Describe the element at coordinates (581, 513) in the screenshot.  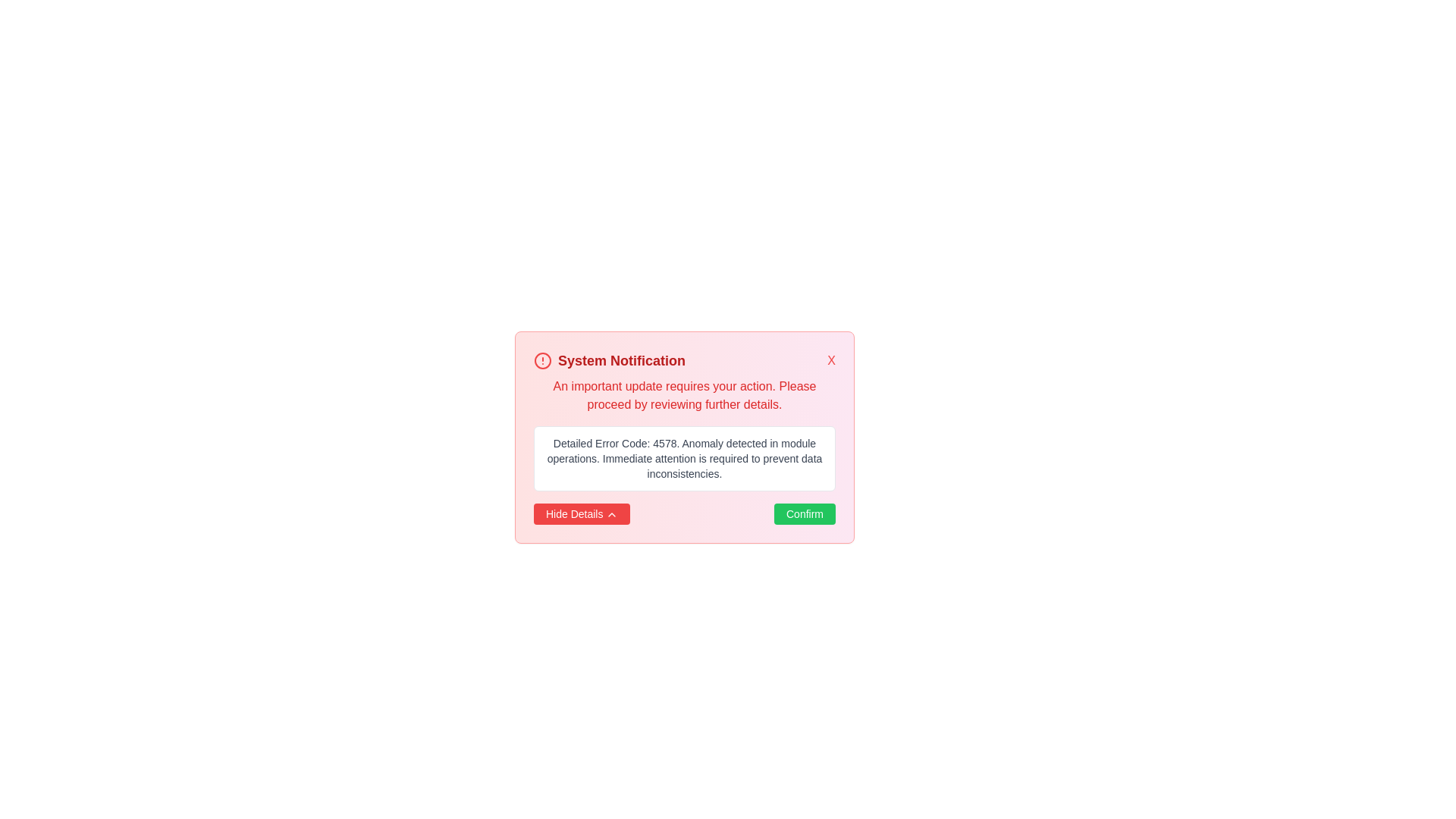
I see `the 'Hide Details' button to toggle the visibility of additional information` at that location.